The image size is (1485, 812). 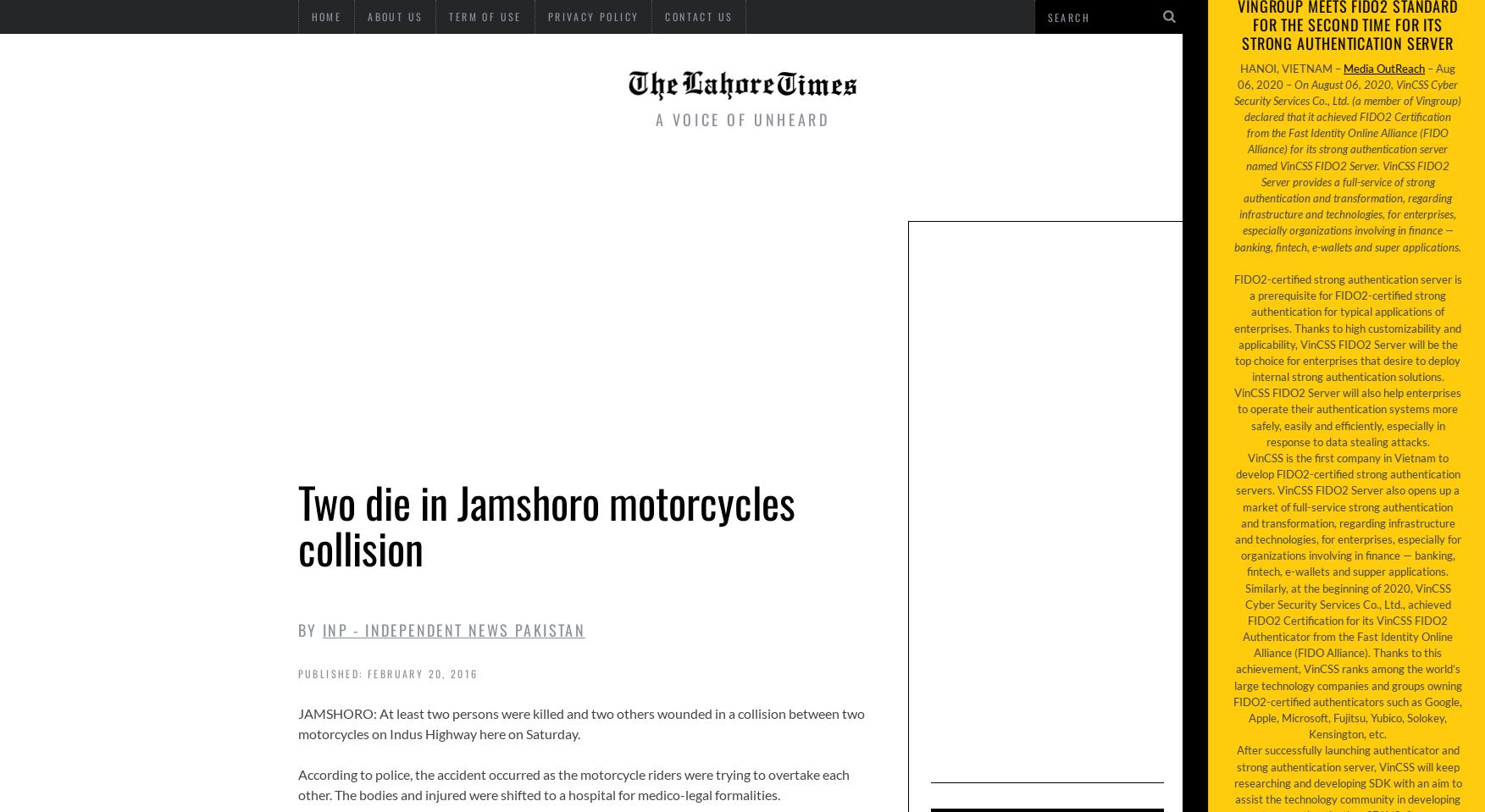 What do you see at coordinates (698, 15) in the screenshot?
I see `'Contact Us'` at bounding box center [698, 15].